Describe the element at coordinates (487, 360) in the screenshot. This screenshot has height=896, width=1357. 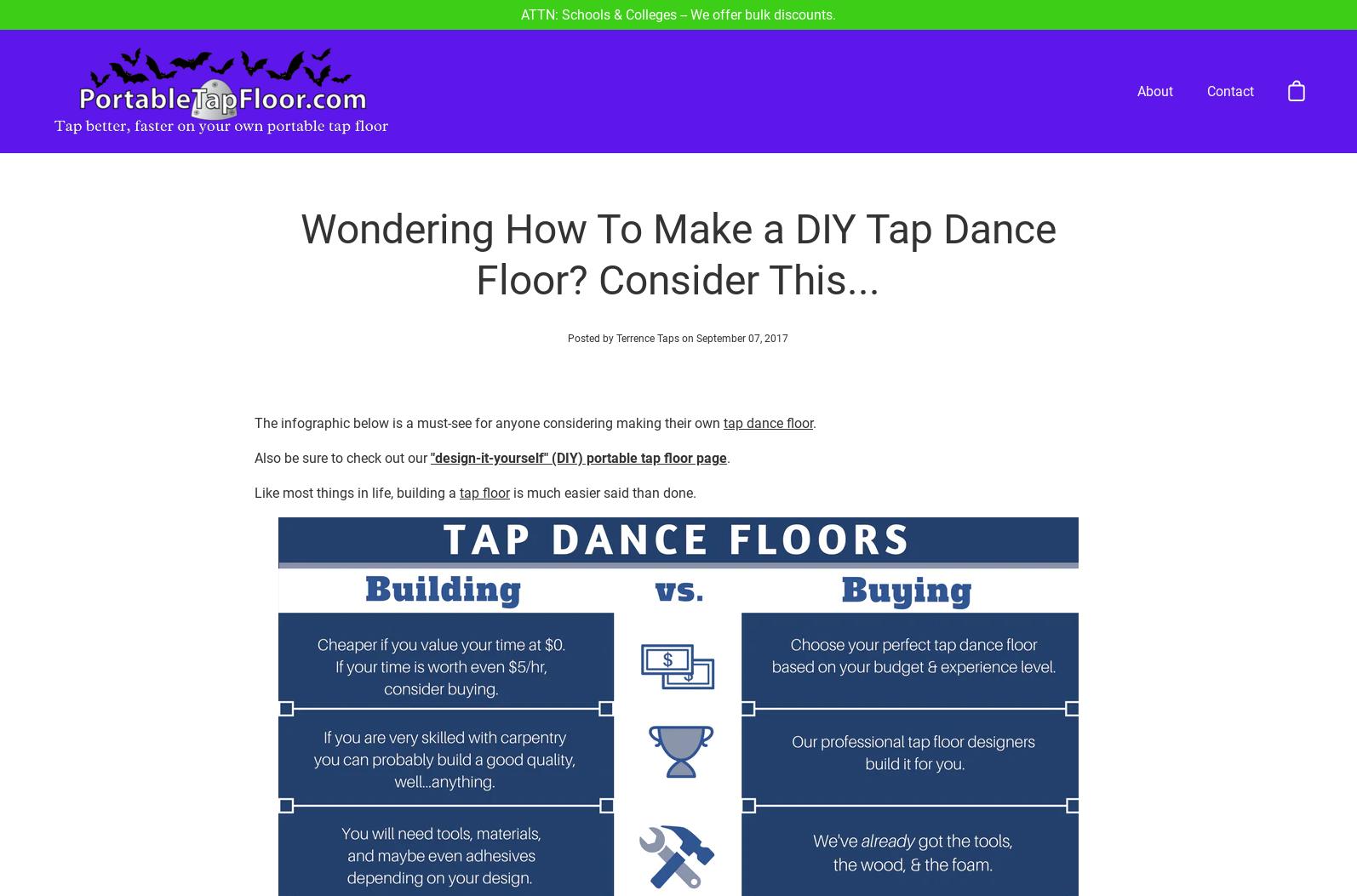
I see `'The infographic below is a must-see for anyone considering making their own'` at that location.